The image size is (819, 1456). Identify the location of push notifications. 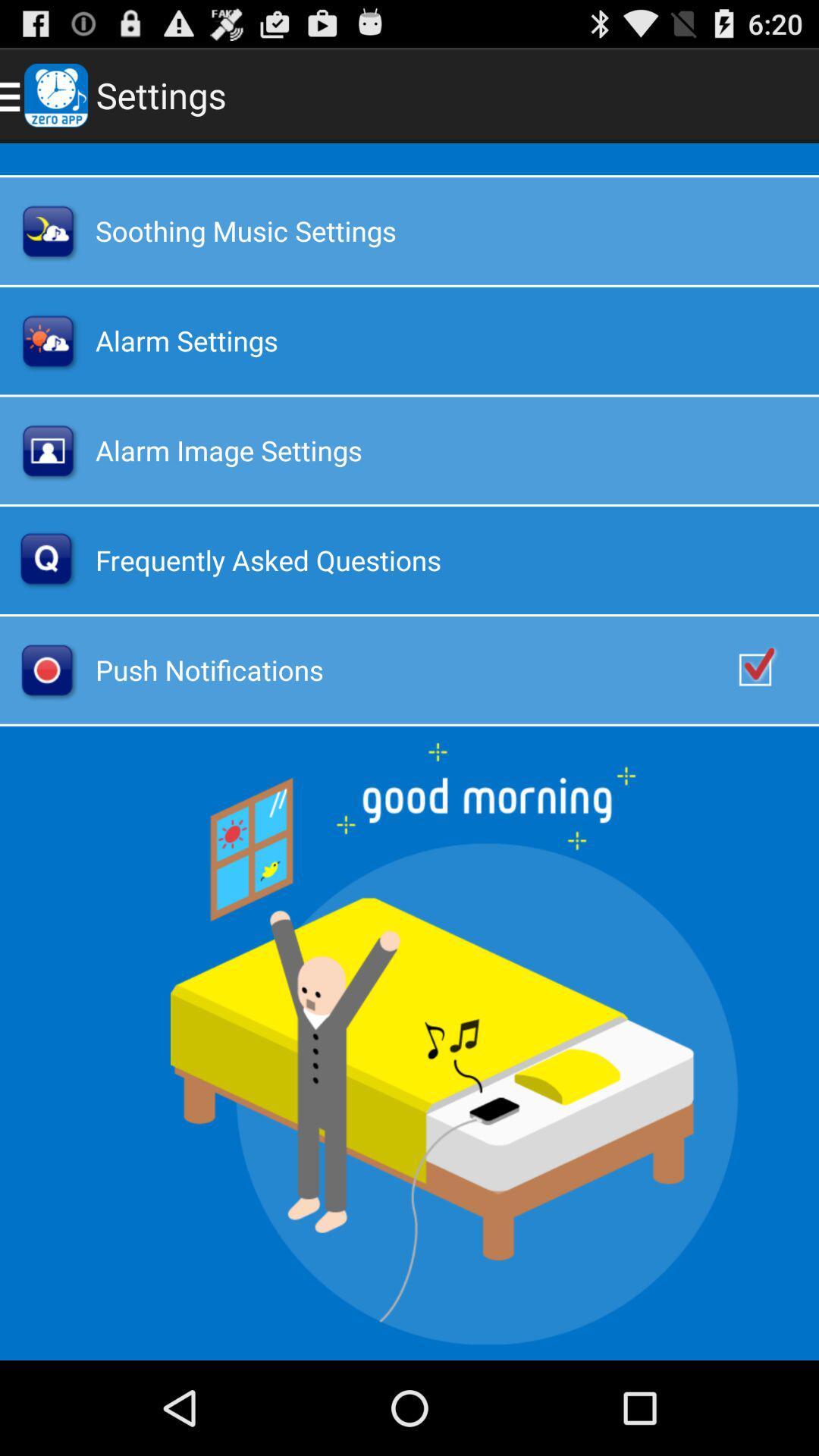
(771, 669).